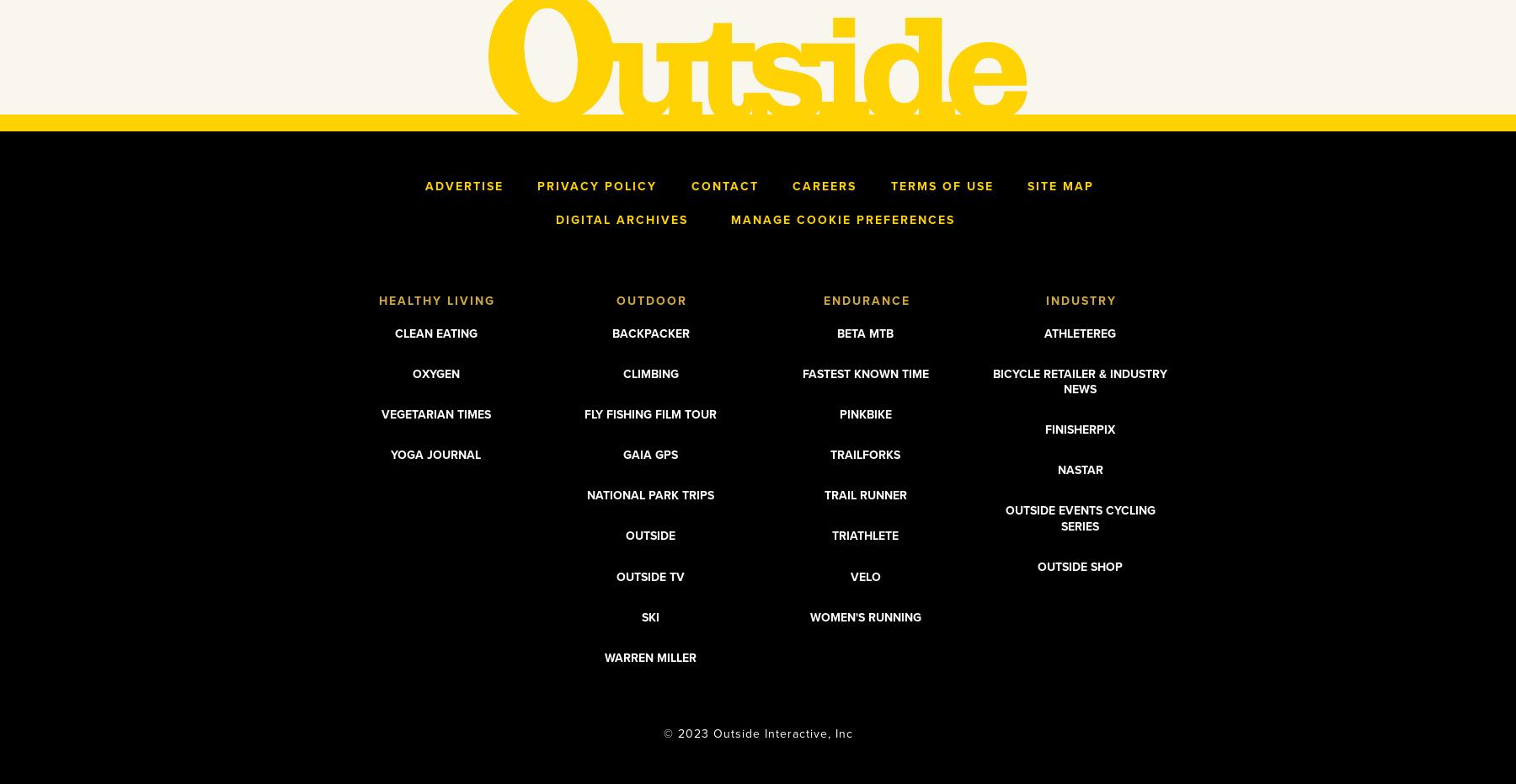 This screenshot has height=784, width=1516. What do you see at coordinates (649, 333) in the screenshot?
I see `'Backpacker'` at bounding box center [649, 333].